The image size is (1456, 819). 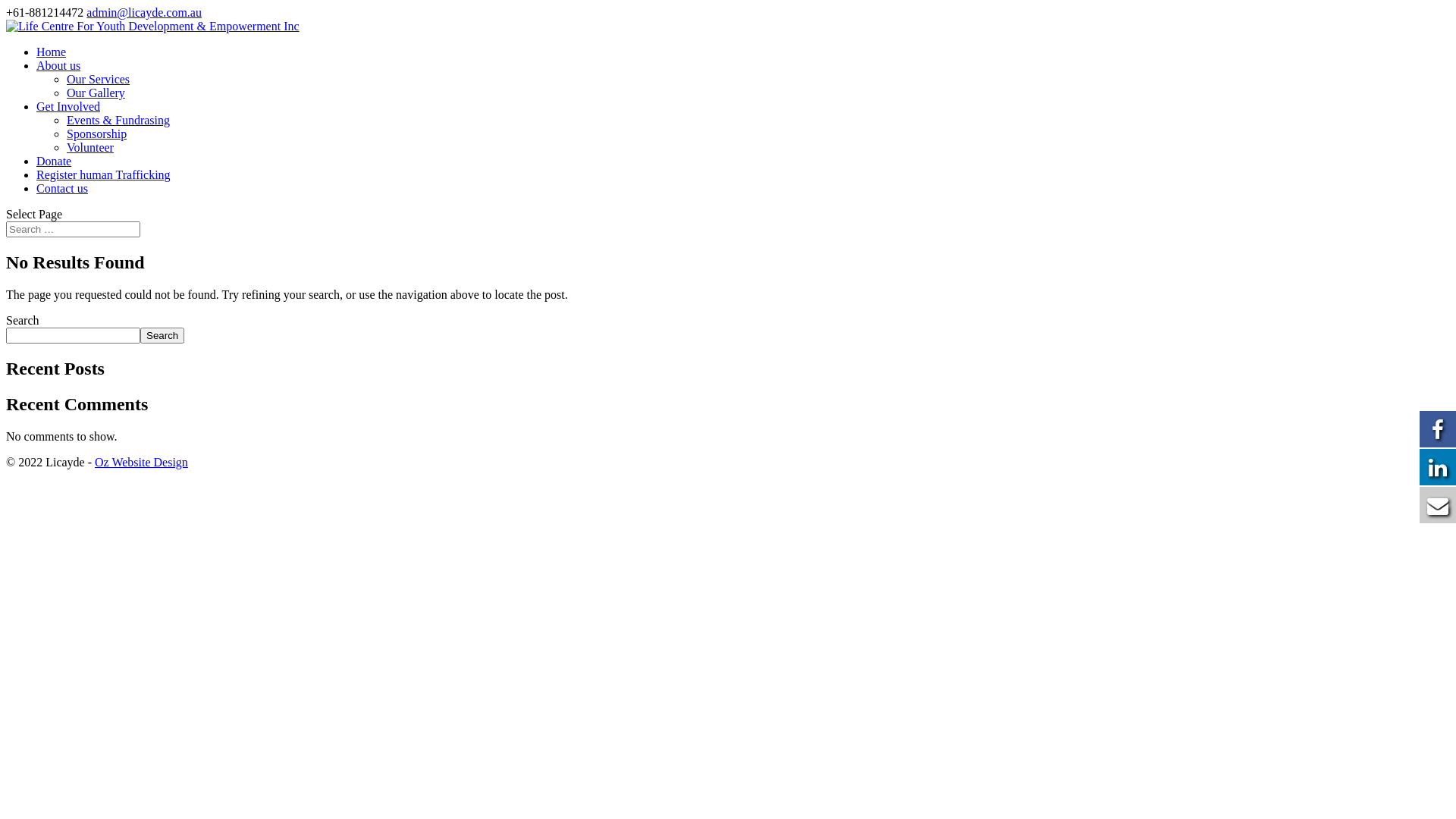 What do you see at coordinates (144, 12) in the screenshot?
I see `'admin@licayde.com.au'` at bounding box center [144, 12].